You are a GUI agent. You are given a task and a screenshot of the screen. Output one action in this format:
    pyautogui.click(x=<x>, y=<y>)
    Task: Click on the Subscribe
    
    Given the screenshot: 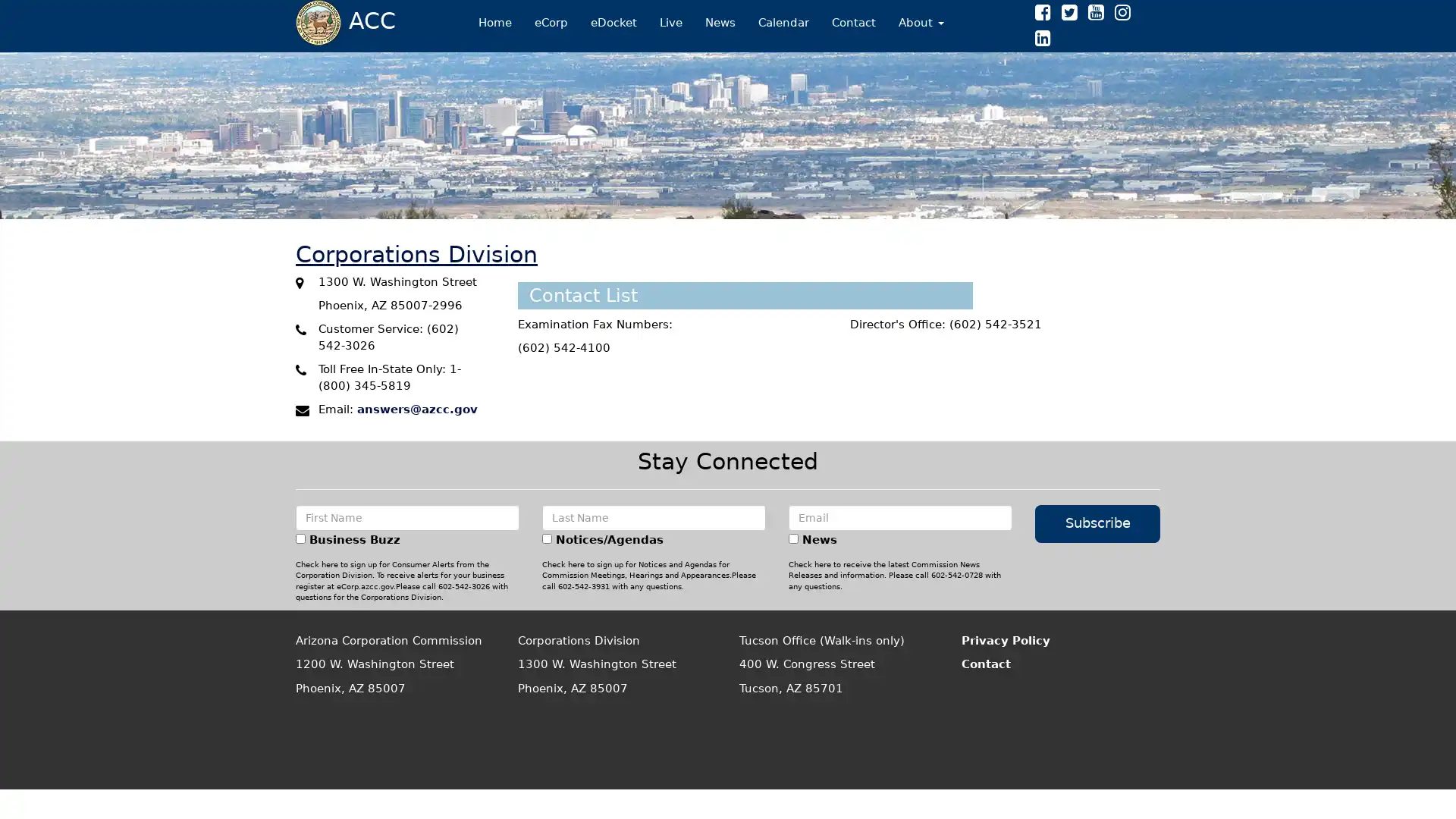 What is the action you would take?
    pyautogui.click(x=1097, y=519)
    